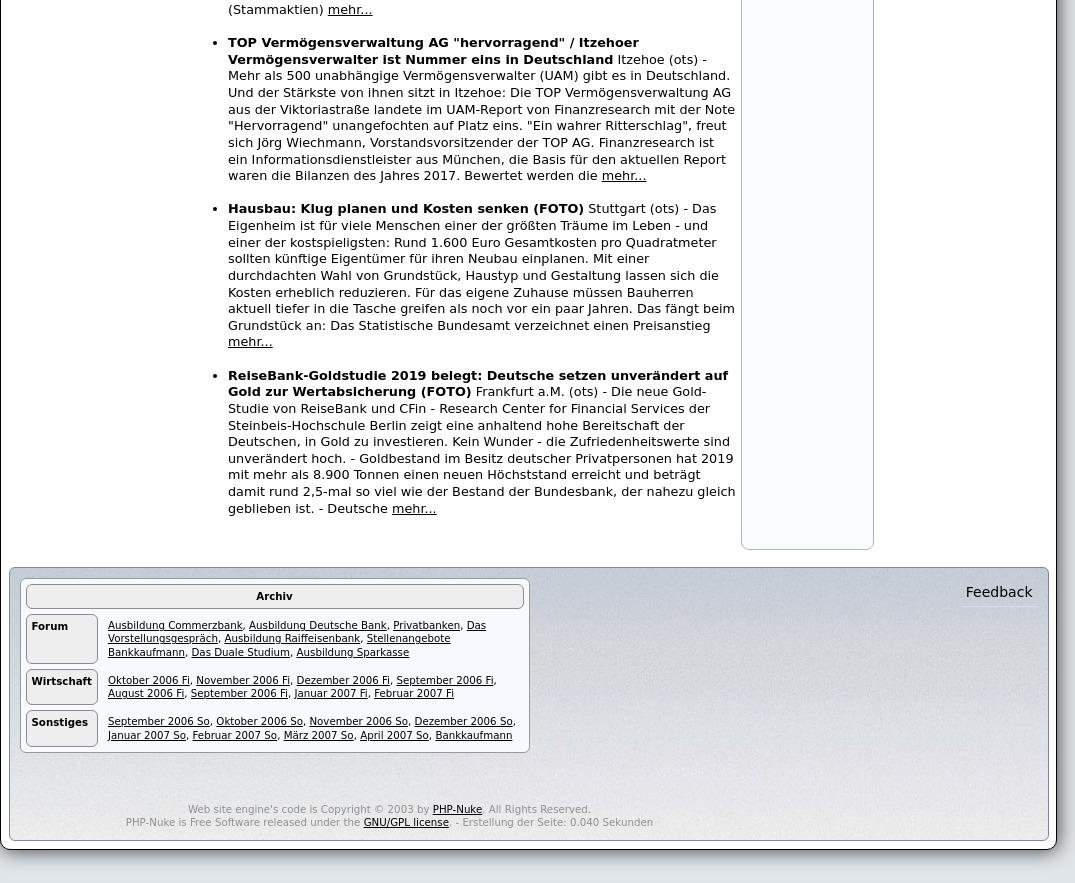  I want to click on 'PHP-Nuke', so click(456, 808).